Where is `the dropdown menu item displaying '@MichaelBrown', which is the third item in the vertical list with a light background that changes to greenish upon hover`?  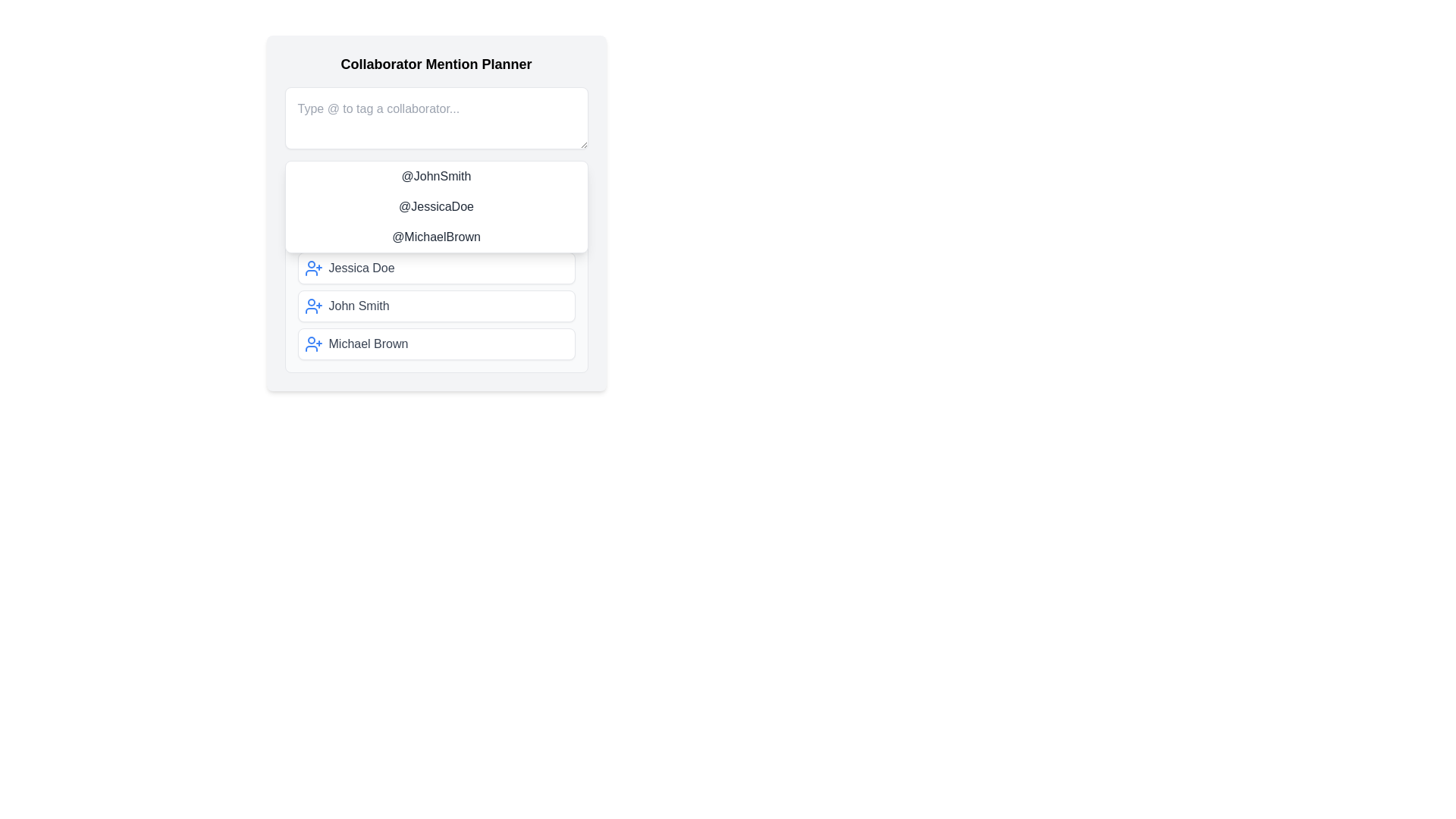
the dropdown menu item displaying '@MichaelBrown', which is the third item in the vertical list with a light background that changes to greenish upon hover is located at coordinates (435, 237).